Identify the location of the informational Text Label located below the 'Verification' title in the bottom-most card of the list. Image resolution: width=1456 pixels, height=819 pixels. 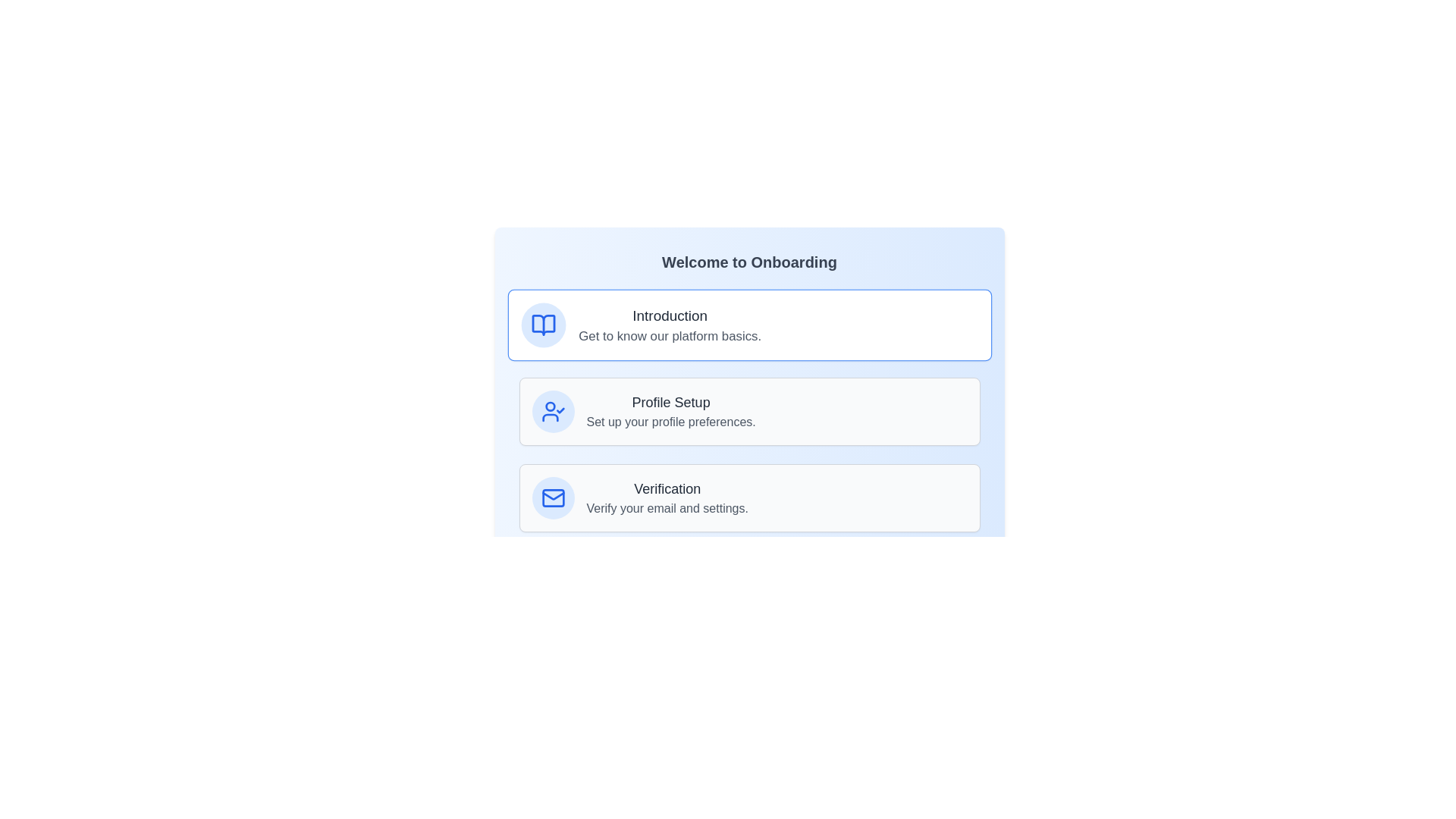
(667, 509).